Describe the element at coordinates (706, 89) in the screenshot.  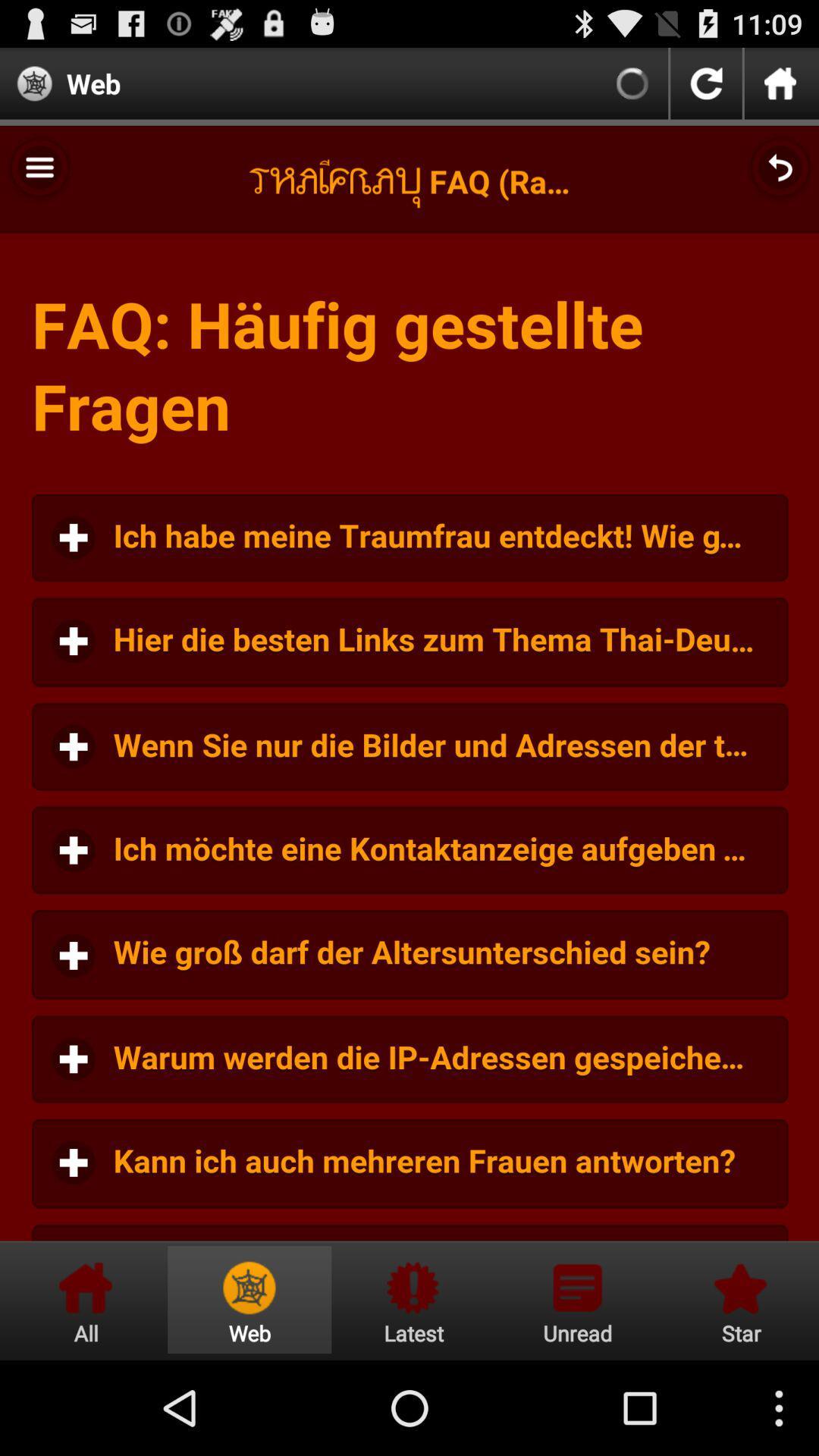
I see `the refresh icon` at that location.